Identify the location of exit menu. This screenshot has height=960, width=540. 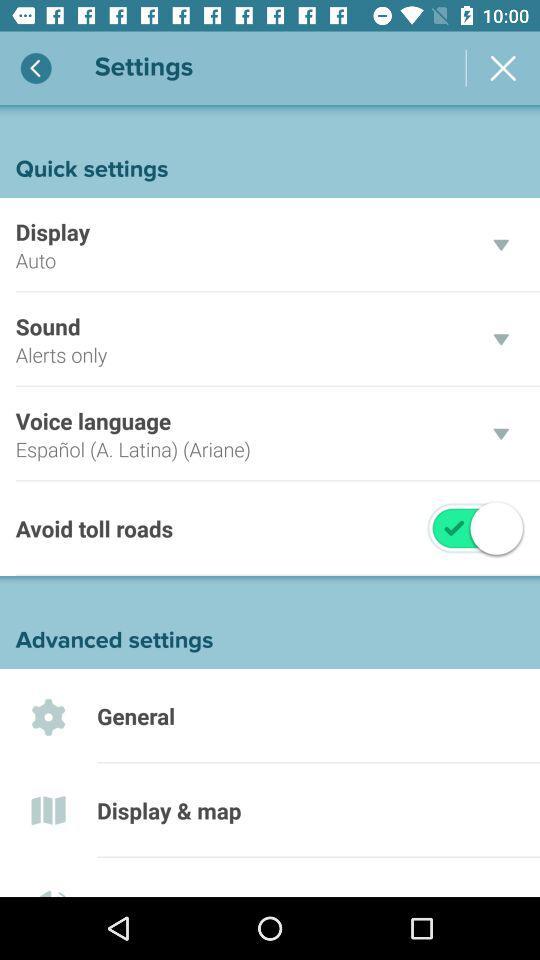
(502, 68).